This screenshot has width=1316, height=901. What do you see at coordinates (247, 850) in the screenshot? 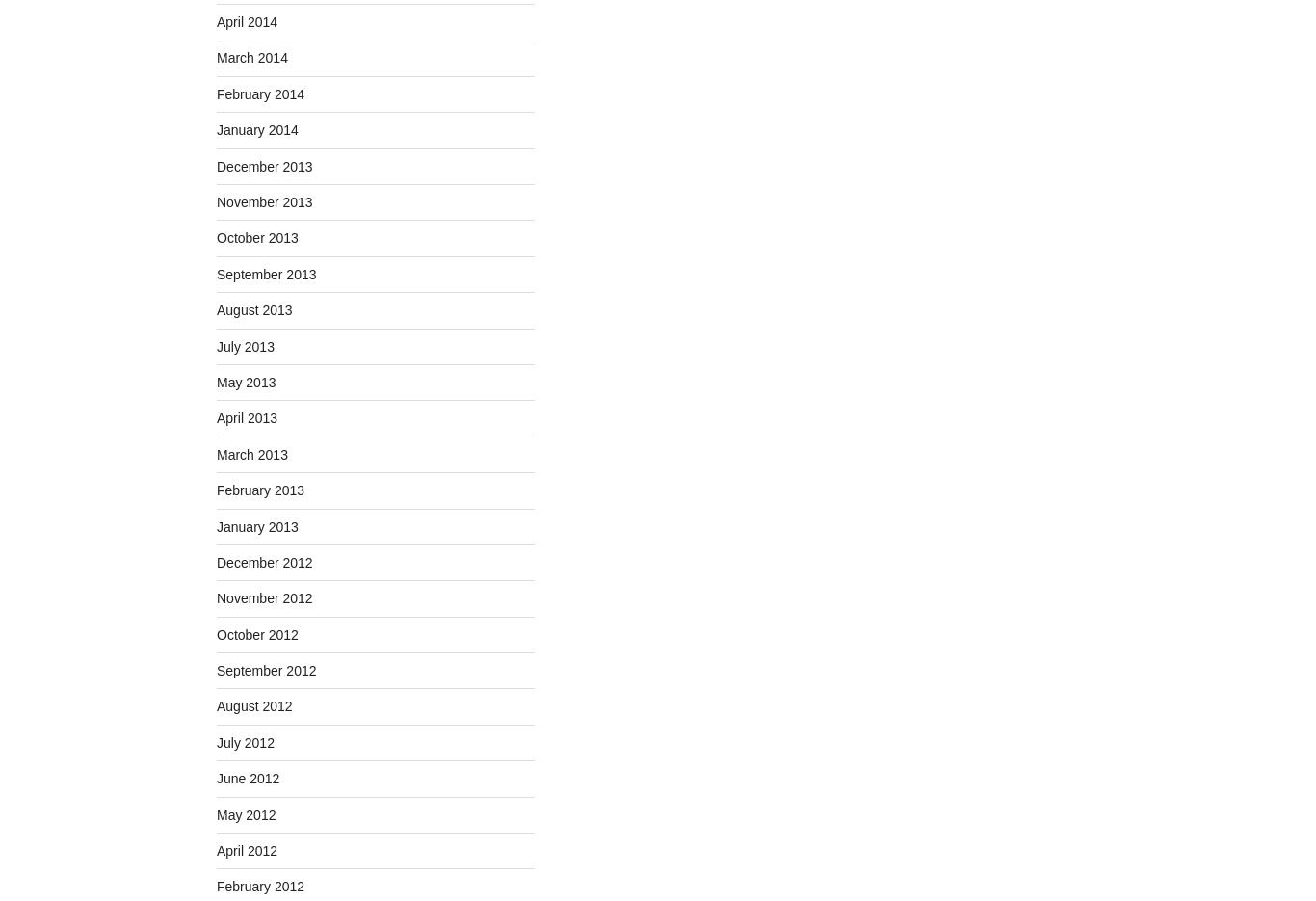
I see `'April 2012'` at bounding box center [247, 850].